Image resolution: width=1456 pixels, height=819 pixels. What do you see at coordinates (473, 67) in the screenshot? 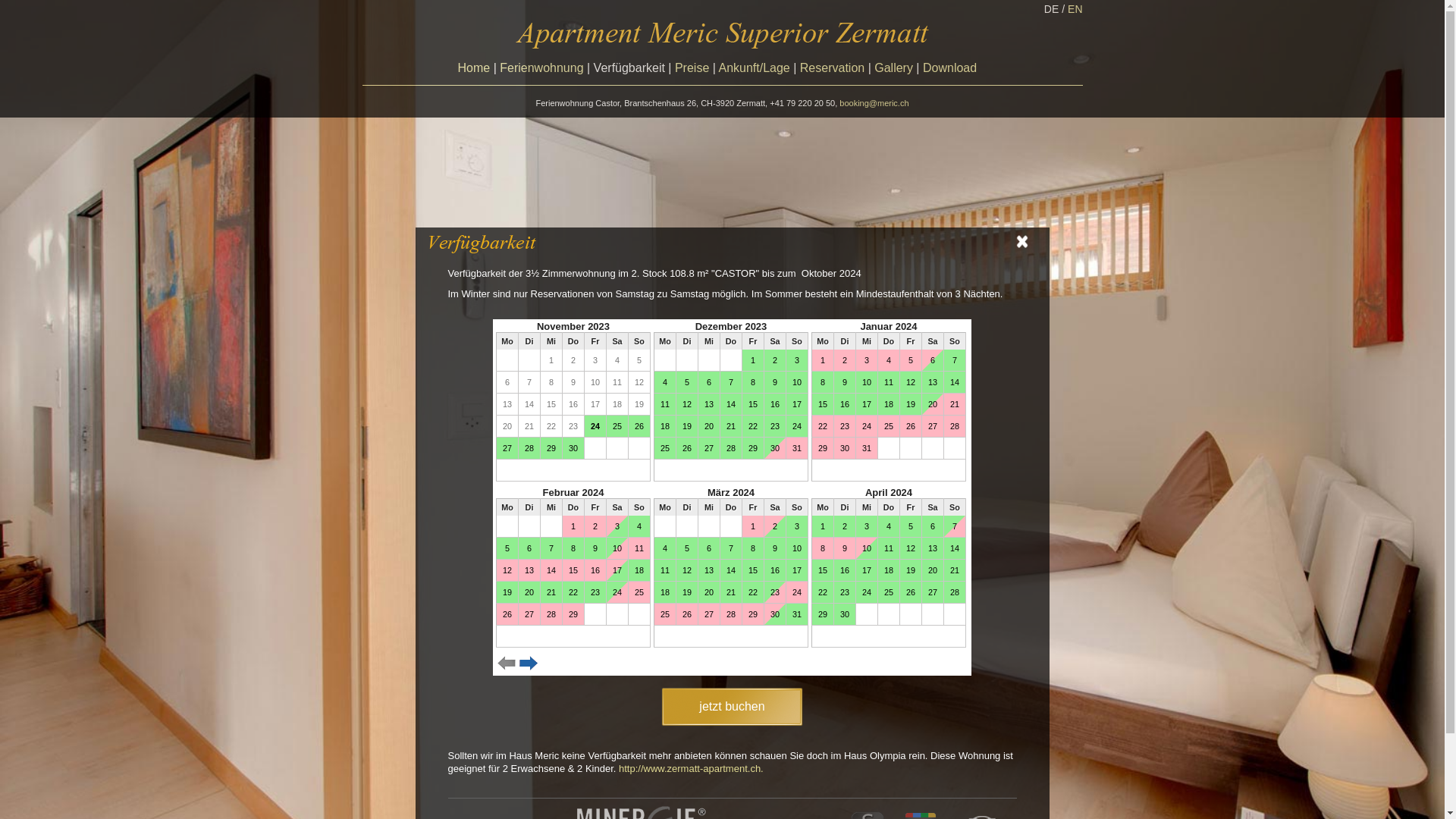
I see `'Home'` at bounding box center [473, 67].